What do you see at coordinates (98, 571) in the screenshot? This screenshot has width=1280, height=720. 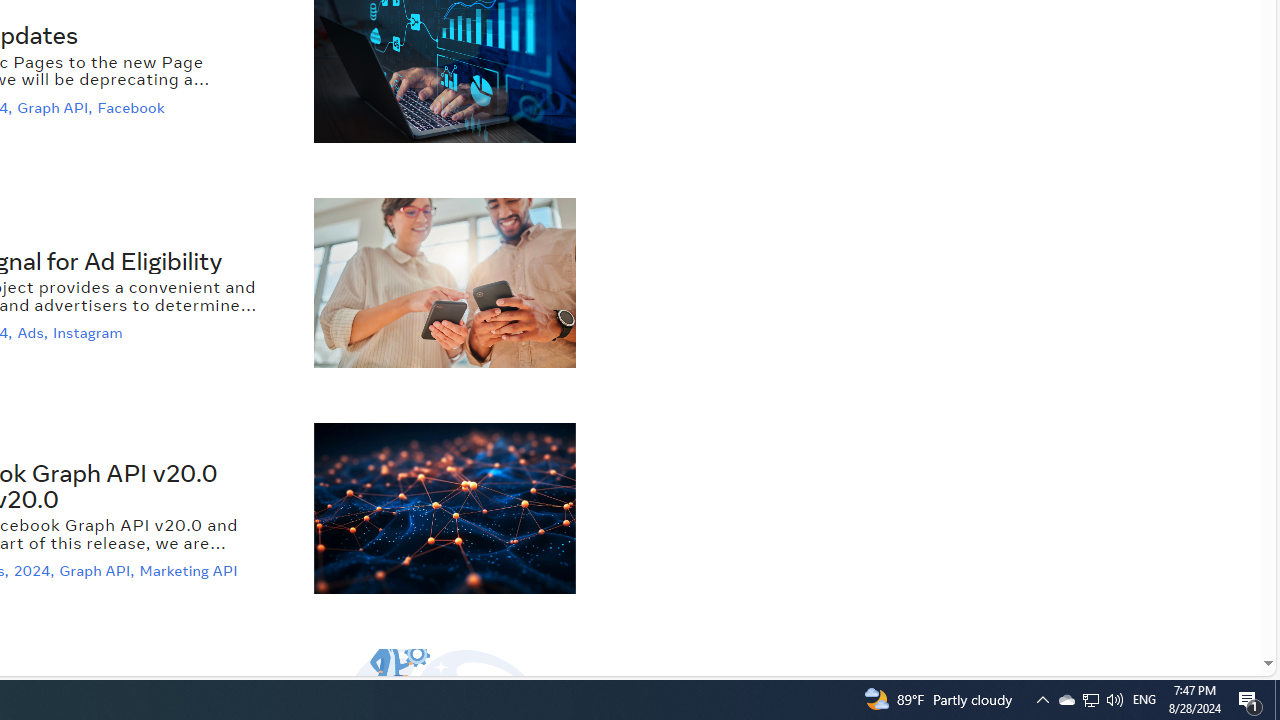 I see `'Graph API,'` at bounding box center [98, 571].